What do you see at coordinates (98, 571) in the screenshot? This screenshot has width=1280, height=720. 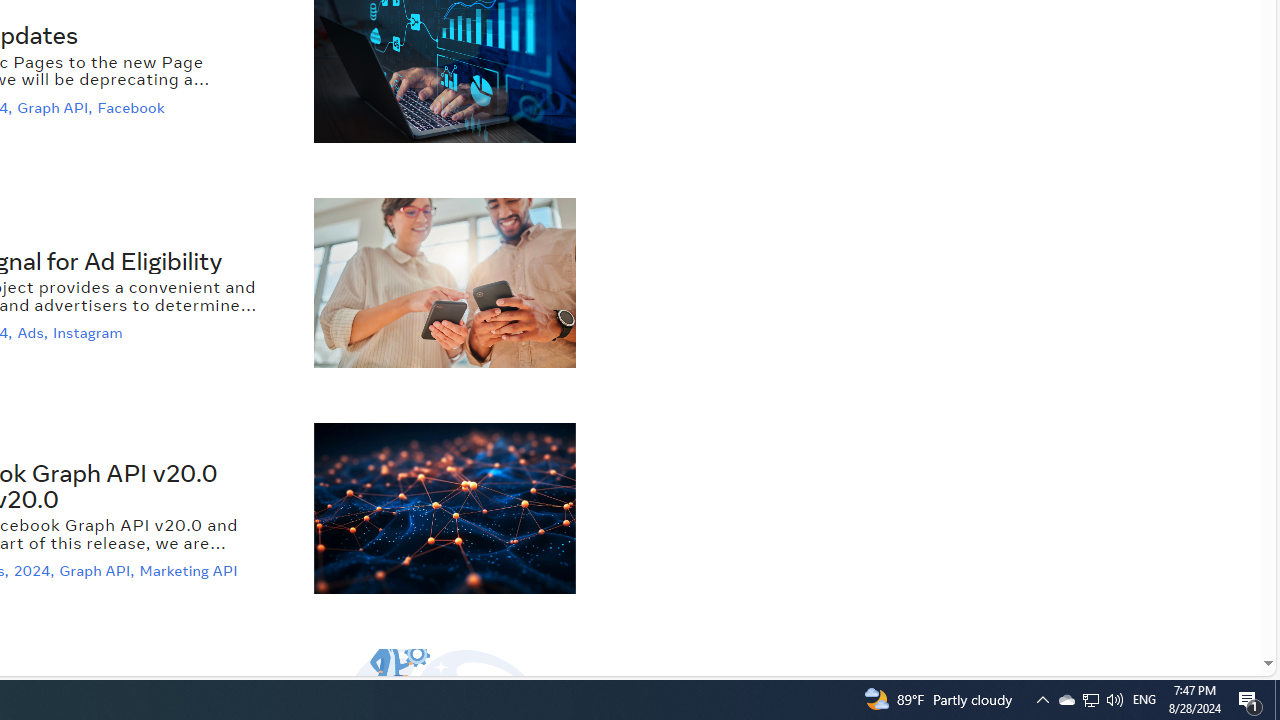 I see `'Graph API,'` at bounding box center [98, 571].